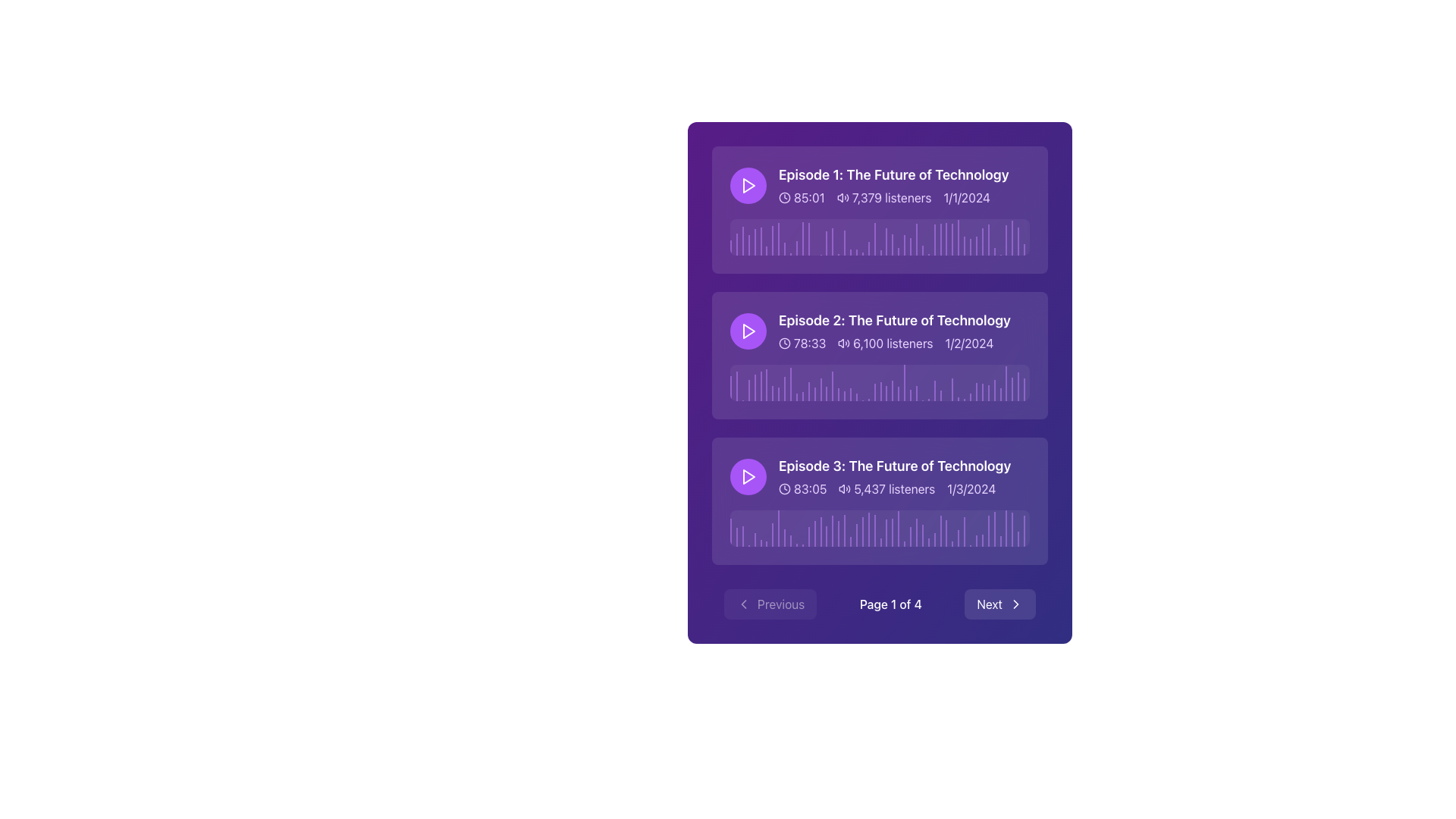  What do you see at coordinates (748, 185) in the screenshot?
I see `the Play button located at the top-left corner of the first episode entry, next to 'Episode 1: The Future of Technology'` at bounding box center [748, 185].